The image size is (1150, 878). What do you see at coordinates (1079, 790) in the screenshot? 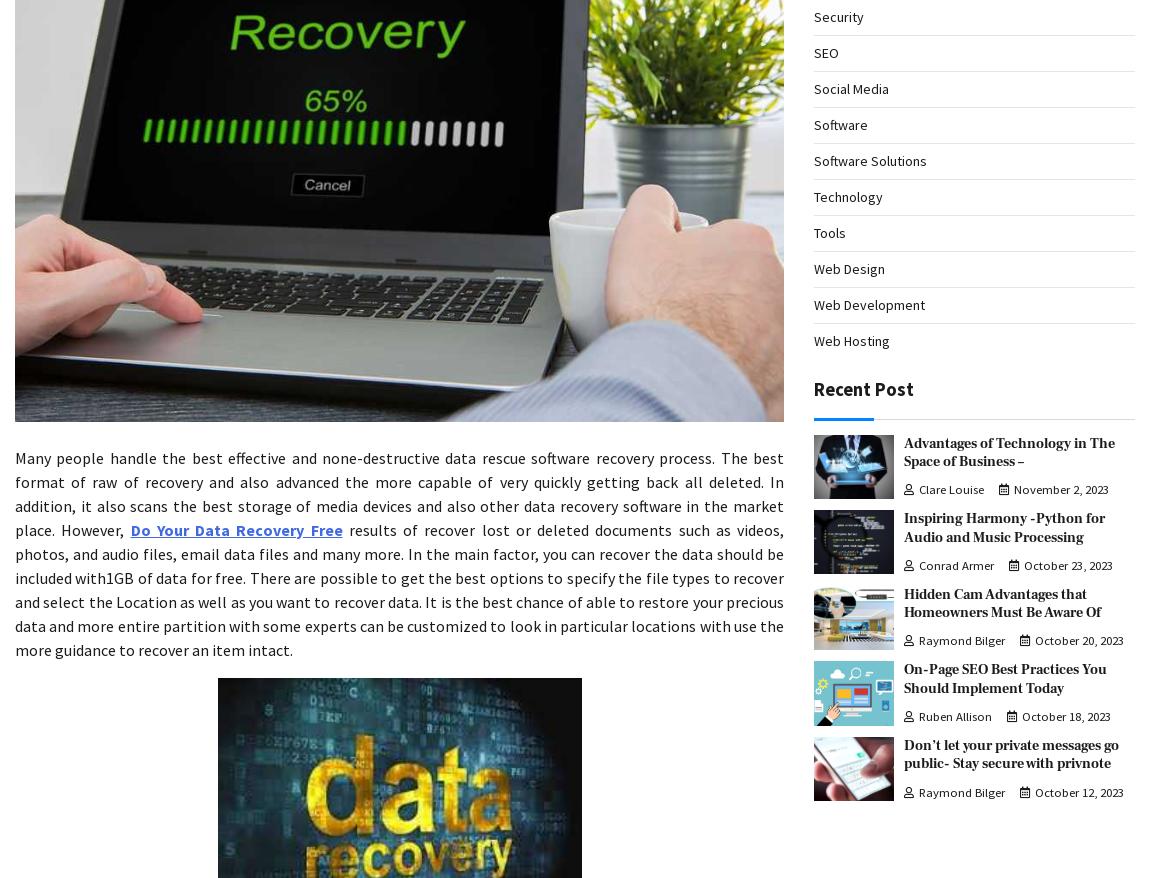
I see `'October 12, 2023'` at bounding box center [1079, 790].